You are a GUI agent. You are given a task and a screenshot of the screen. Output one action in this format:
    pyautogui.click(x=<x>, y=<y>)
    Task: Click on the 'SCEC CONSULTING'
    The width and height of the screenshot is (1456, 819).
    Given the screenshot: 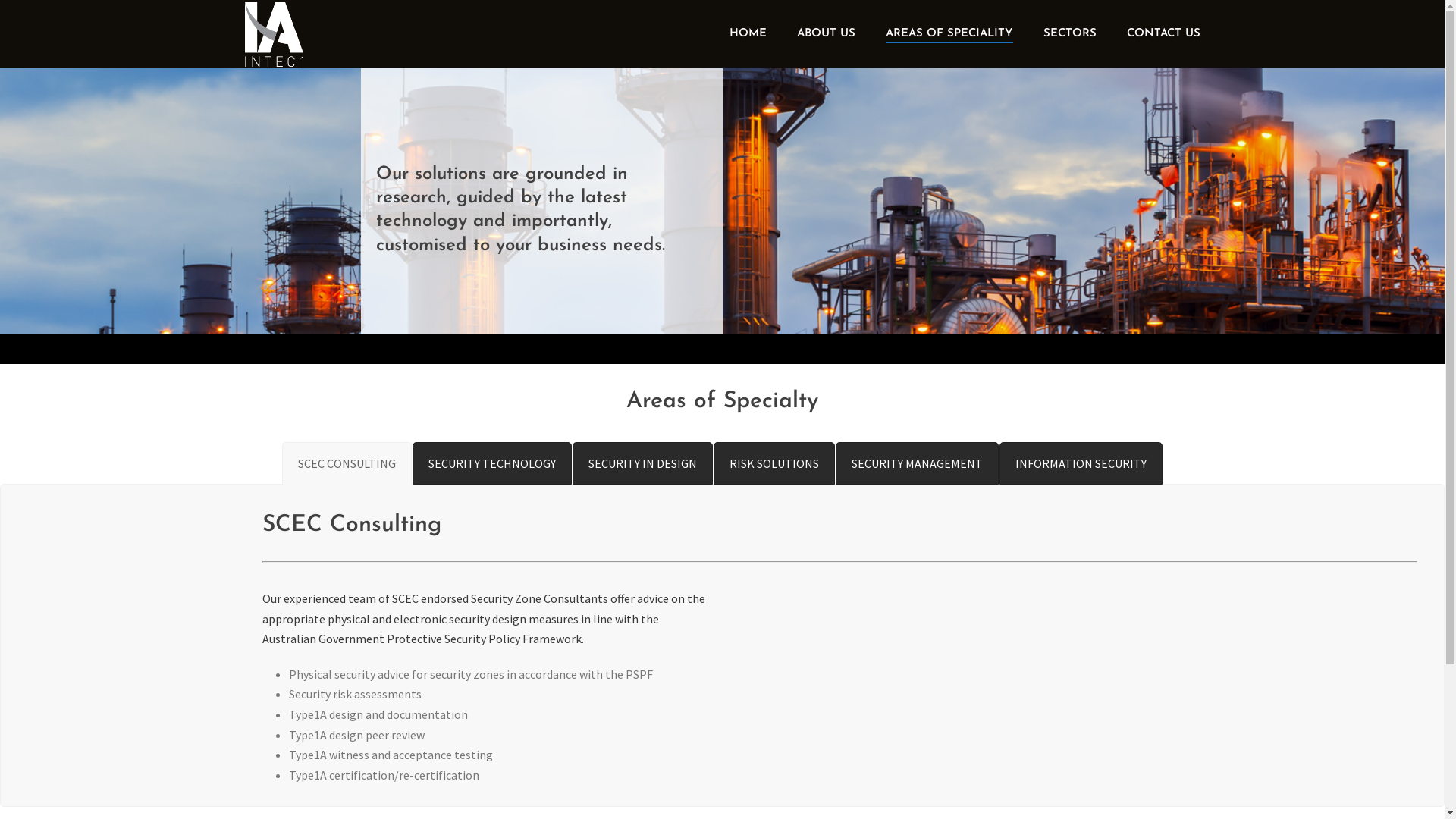 What is the action you would take?
    pyautogui.click(x=346, y=463)
    